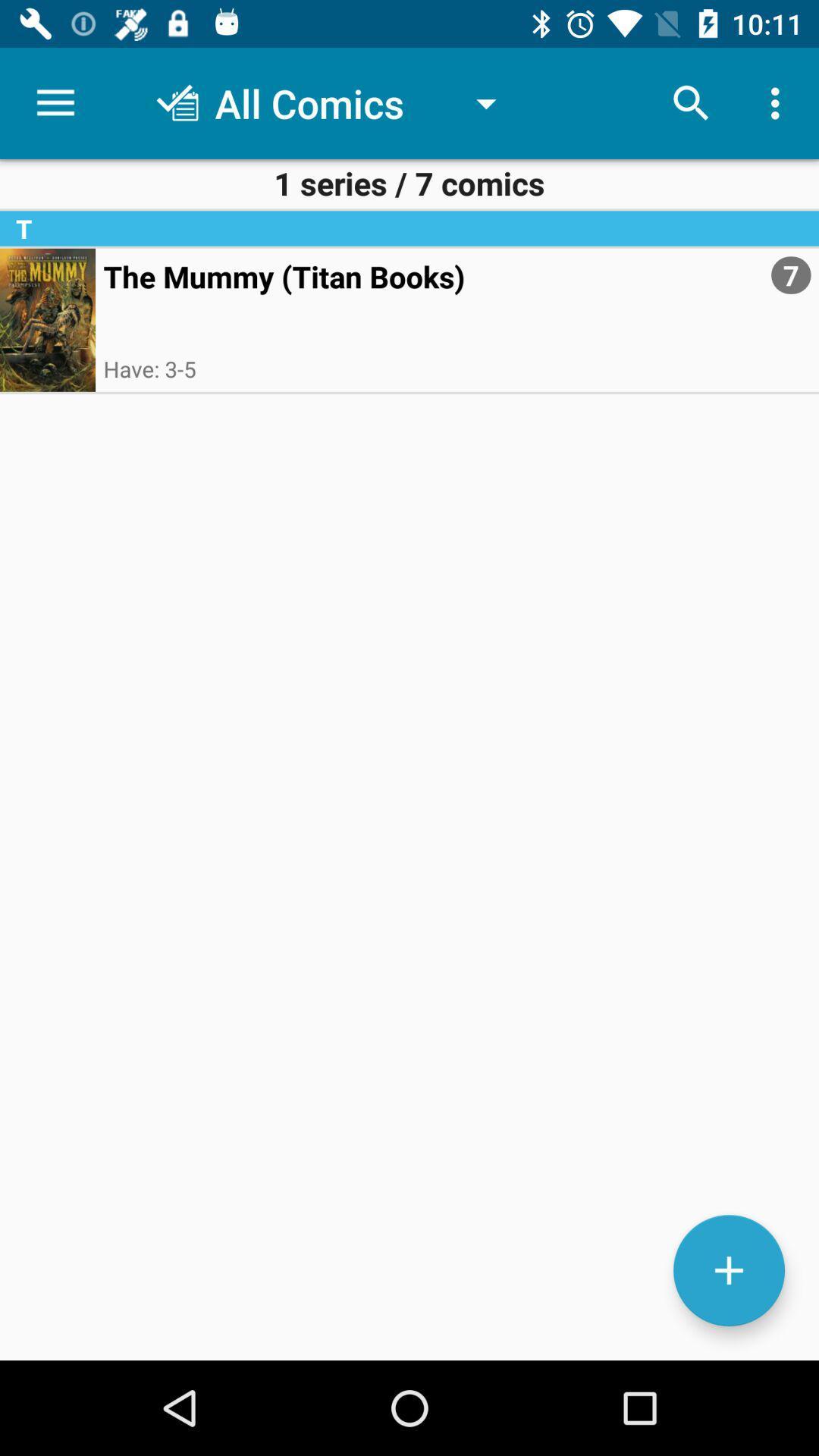 The height and width of the screenshot is (1456, 819). I want to click on the add icon, so click(728, 1270).